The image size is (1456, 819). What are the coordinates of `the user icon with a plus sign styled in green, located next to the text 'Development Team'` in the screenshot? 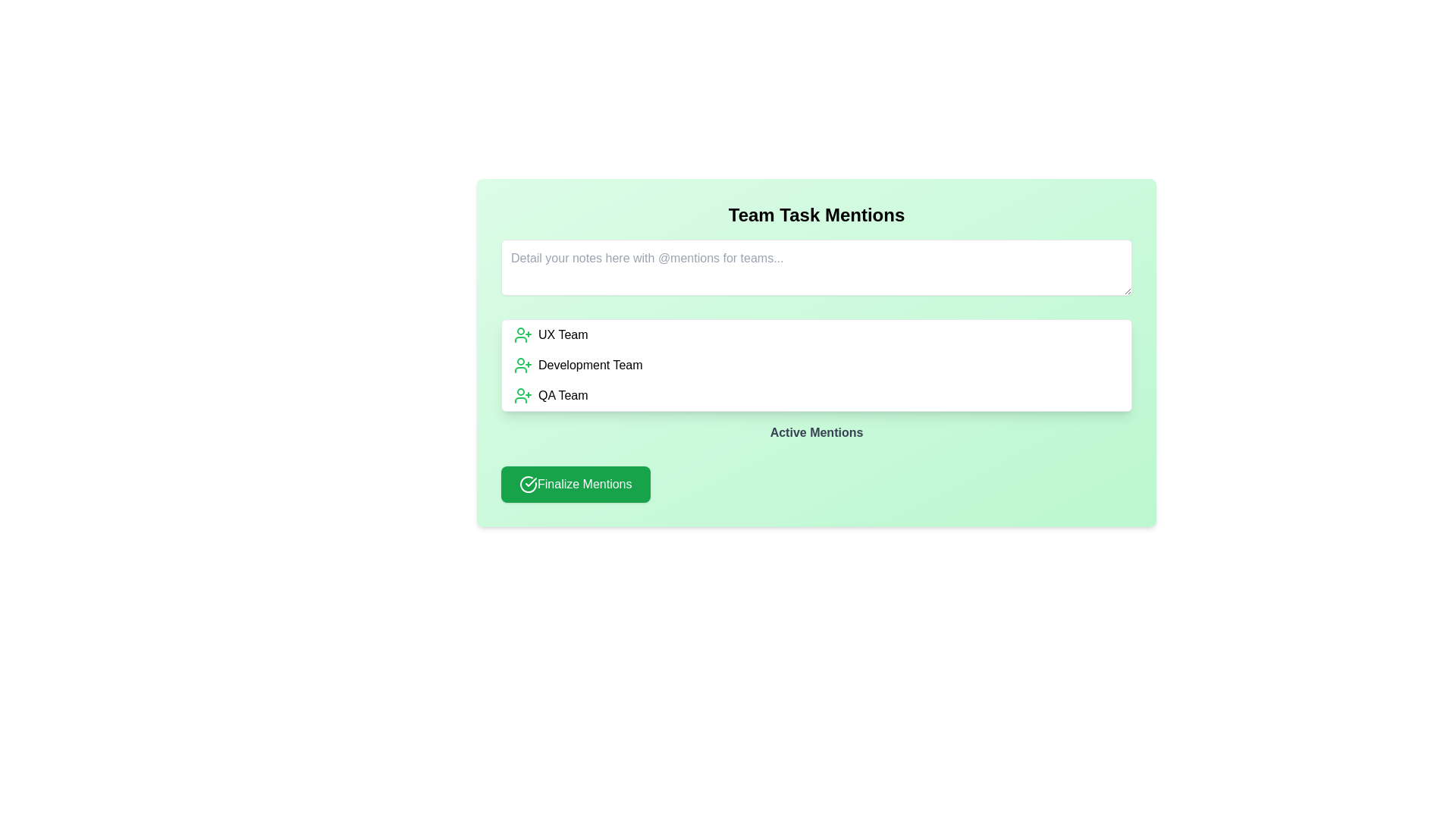 It's located at (523, 366).